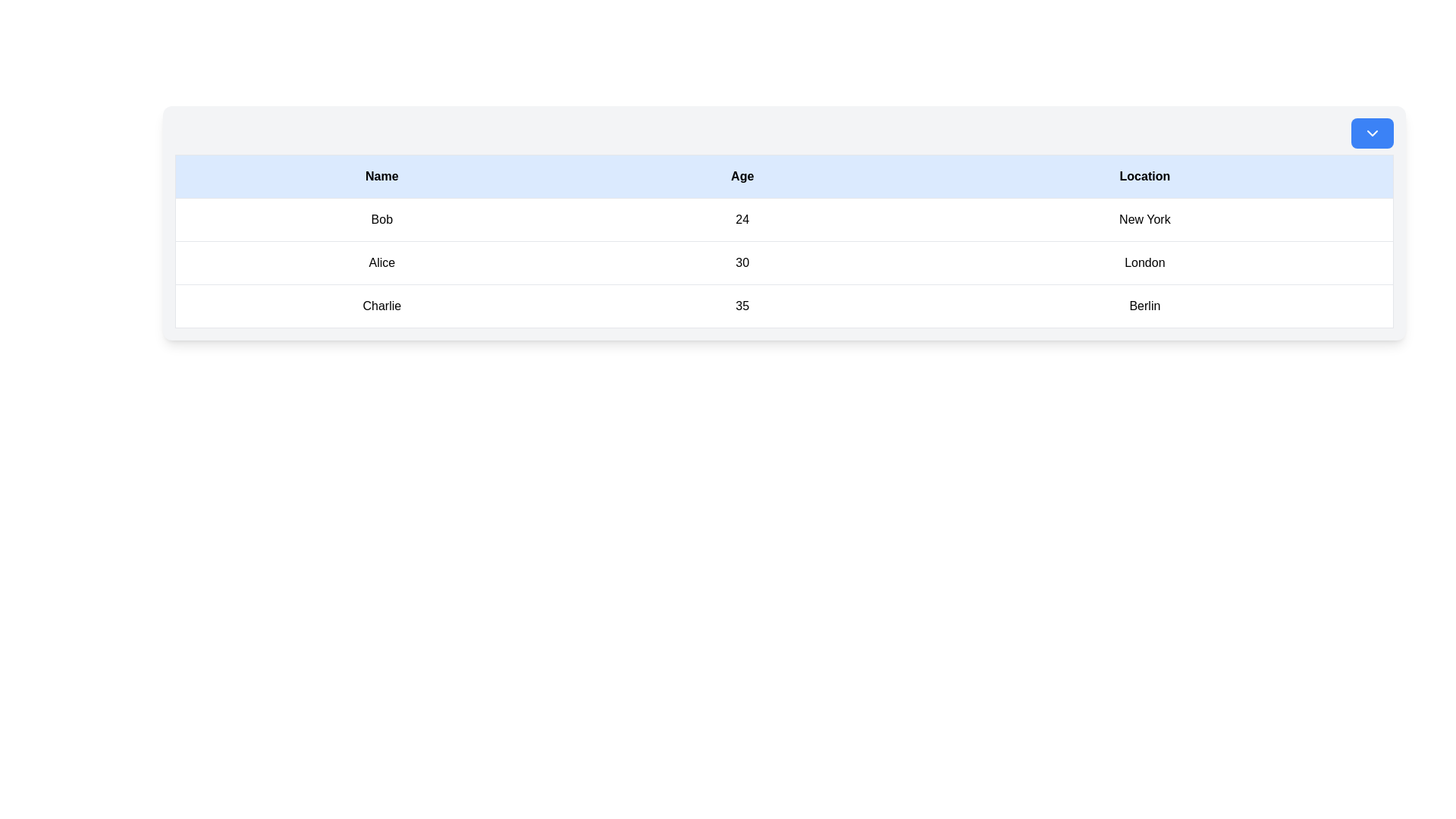  Describe the element at coordinates (742, 219) in the screenshot. I see `the text element displaying the age '24' associated with 'Bob' in the Age column` at that location.